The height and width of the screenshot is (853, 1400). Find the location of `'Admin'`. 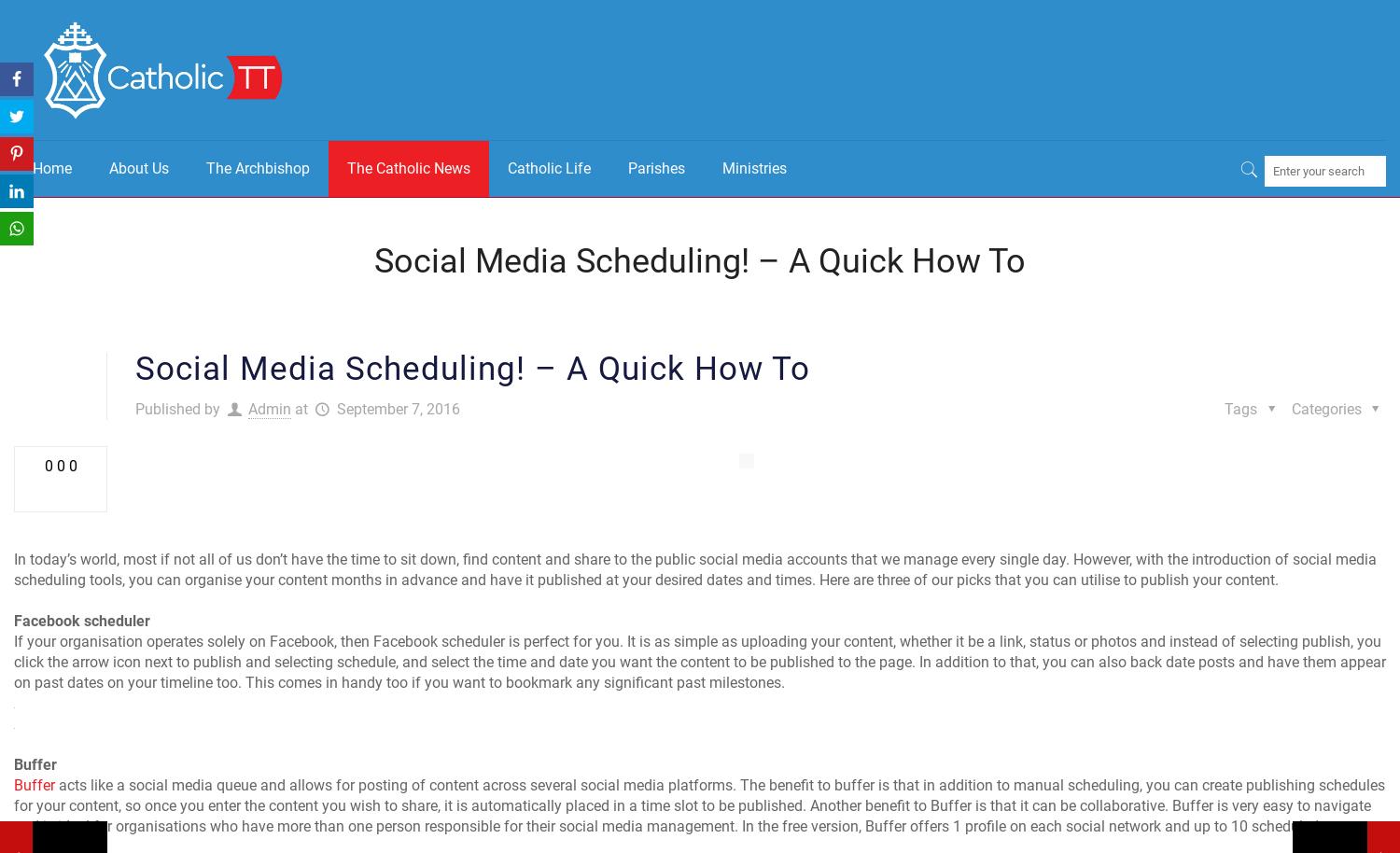

'Admin' is located at coordinates (270, 408).